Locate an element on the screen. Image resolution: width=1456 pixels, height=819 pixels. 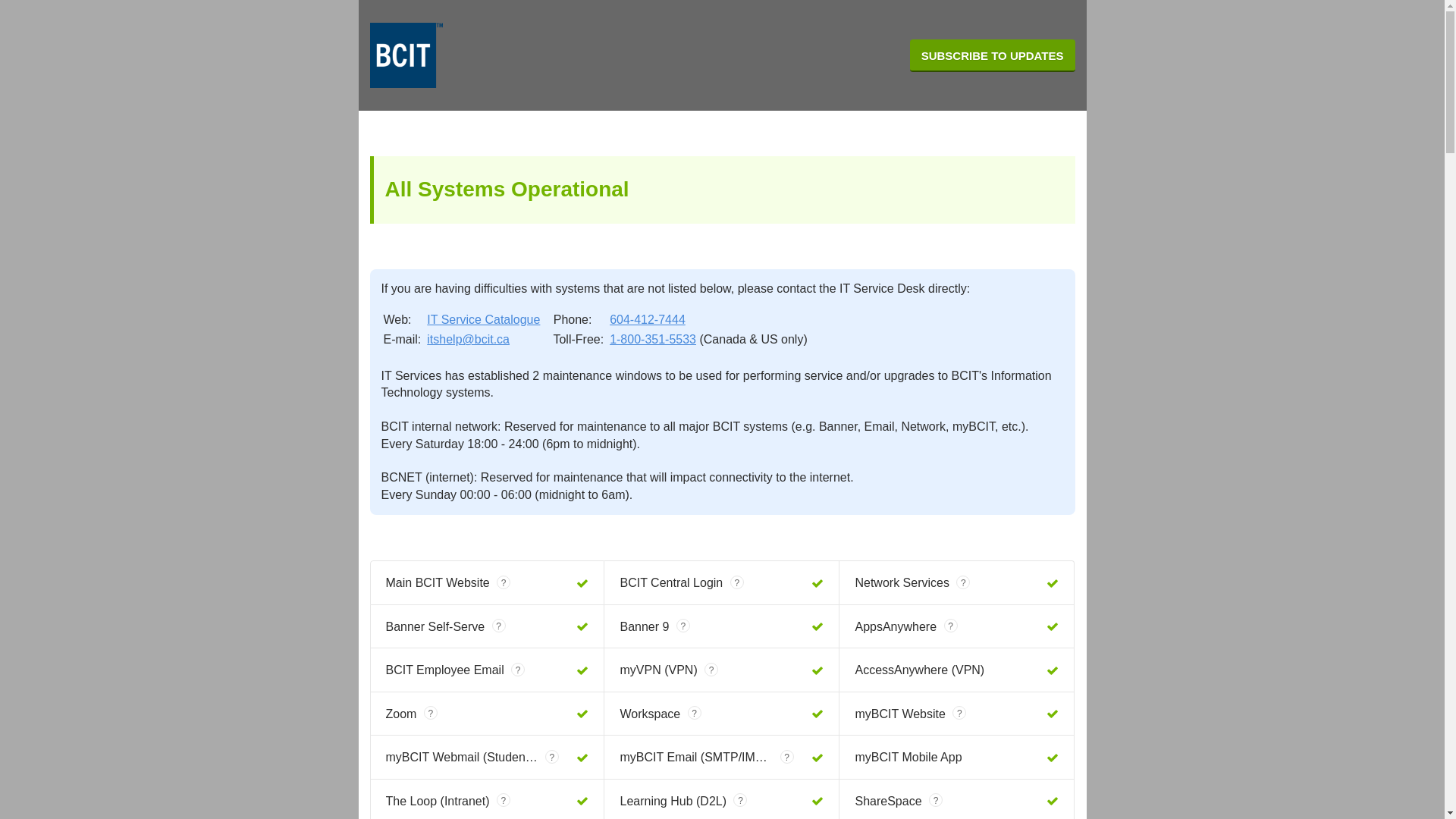
'1-800-351-5533' is located at coordinates (652, 338).